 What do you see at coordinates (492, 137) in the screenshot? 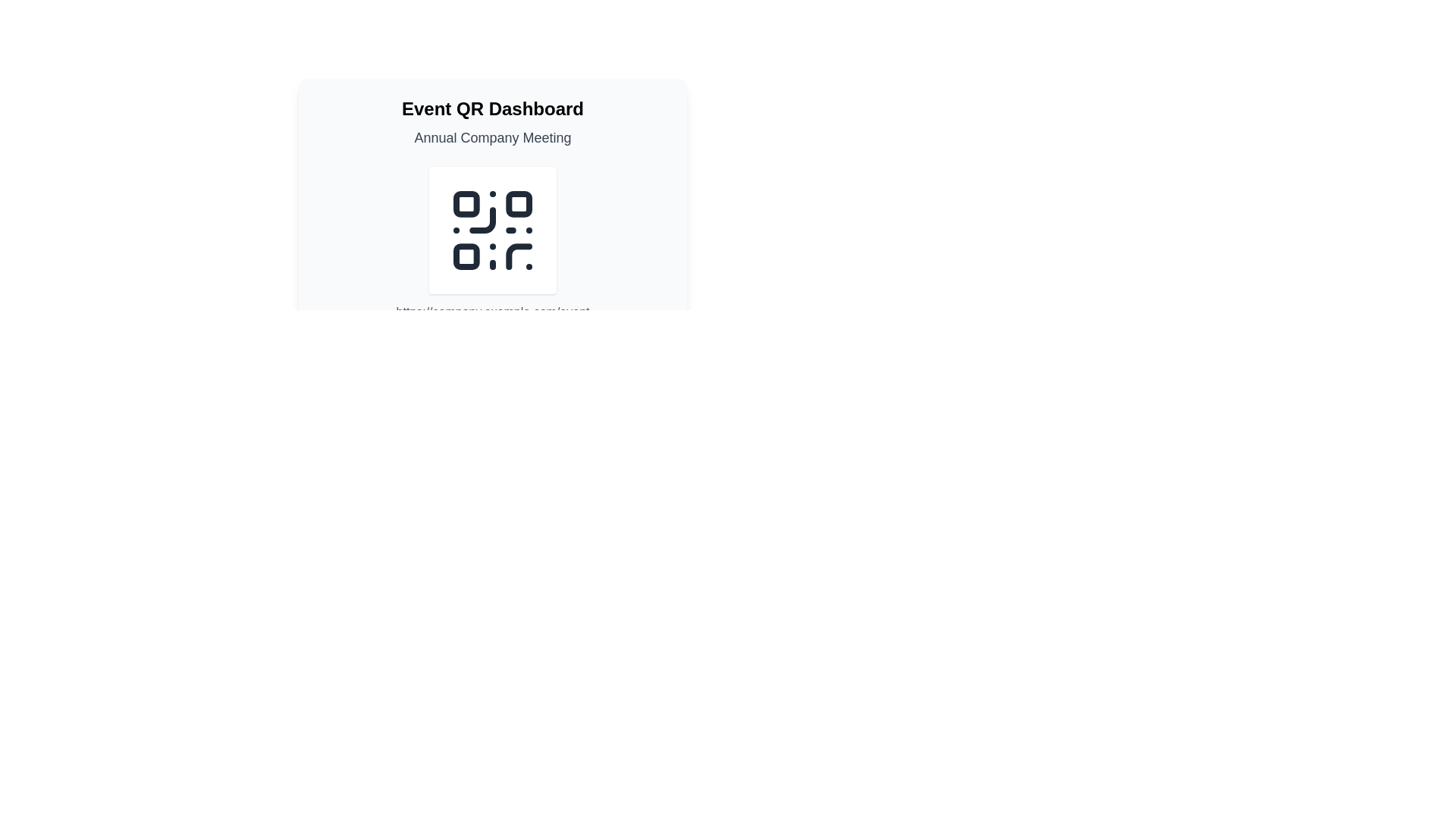
I see `the text block located directly below the 'Event QR Dashboard' heading, which provides additional context or detail for the event described on the dashboard` at bounding box center [492, 137].